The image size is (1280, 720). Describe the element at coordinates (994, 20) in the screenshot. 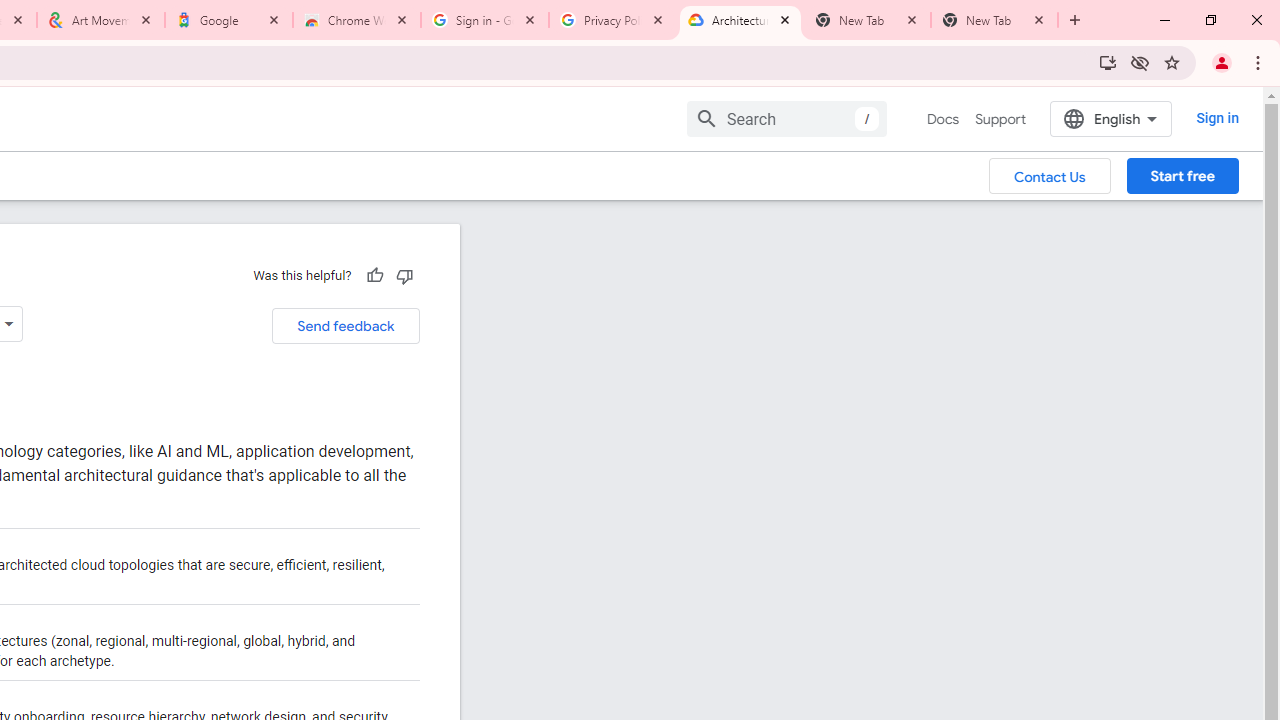

I see `'New Tab'` at that location.